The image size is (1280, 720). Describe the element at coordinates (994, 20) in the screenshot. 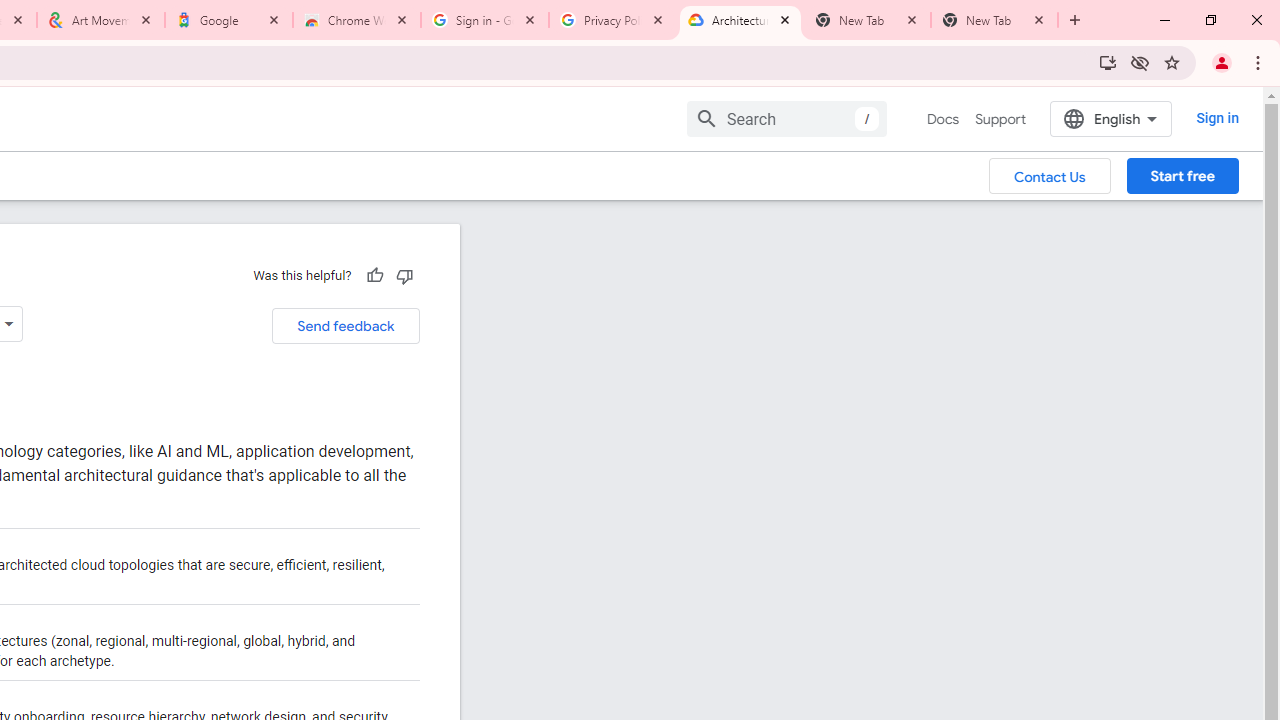

I see `'New Tab'` at that location.